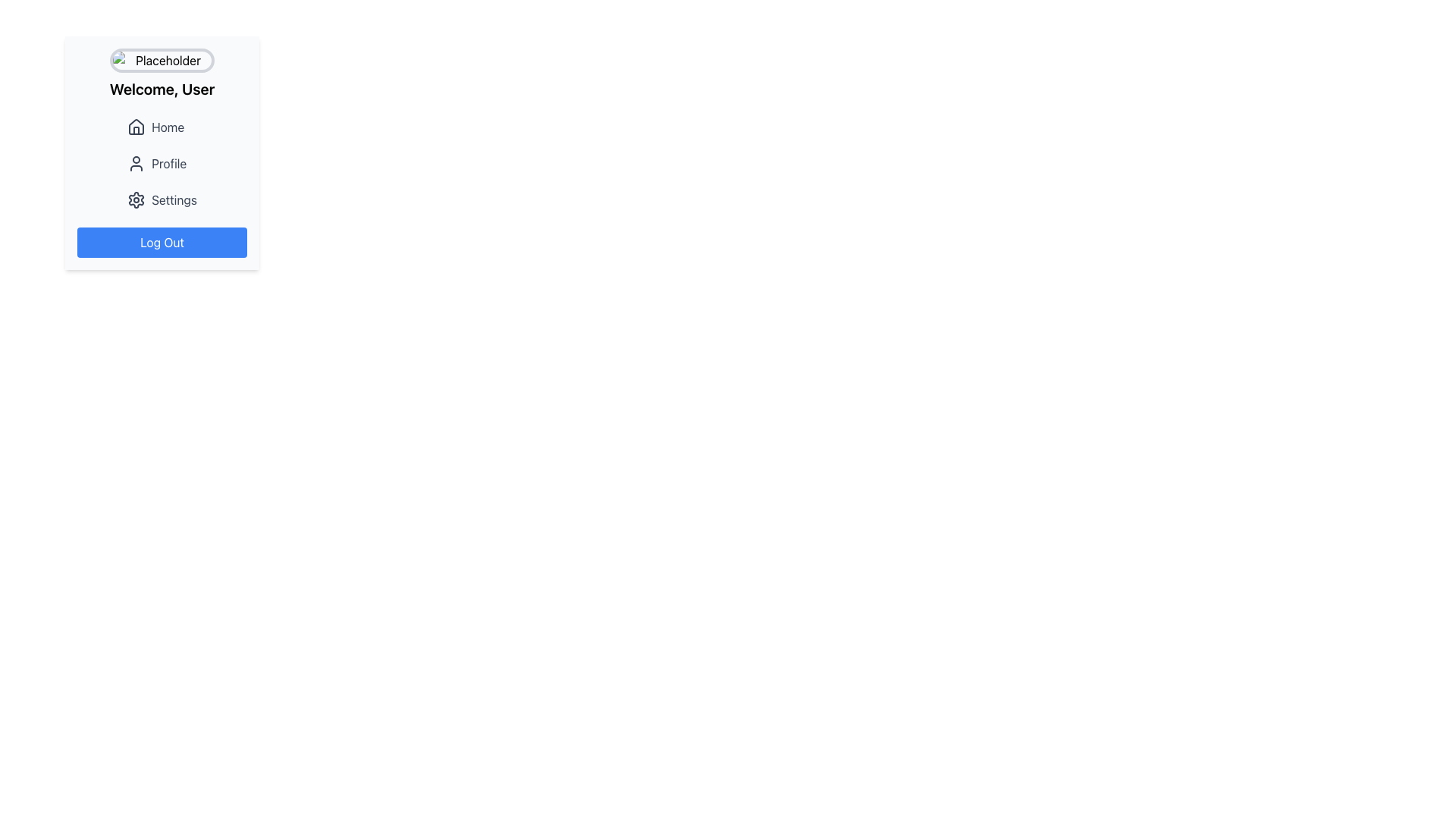 The height and width of the screenshot is (819, 1456). Describe the element at coordinates (136, 199) in the screenshot. I see `the gear-shaped icon representing settings in the settings menu, located next to the 'Settings' text` at that location.